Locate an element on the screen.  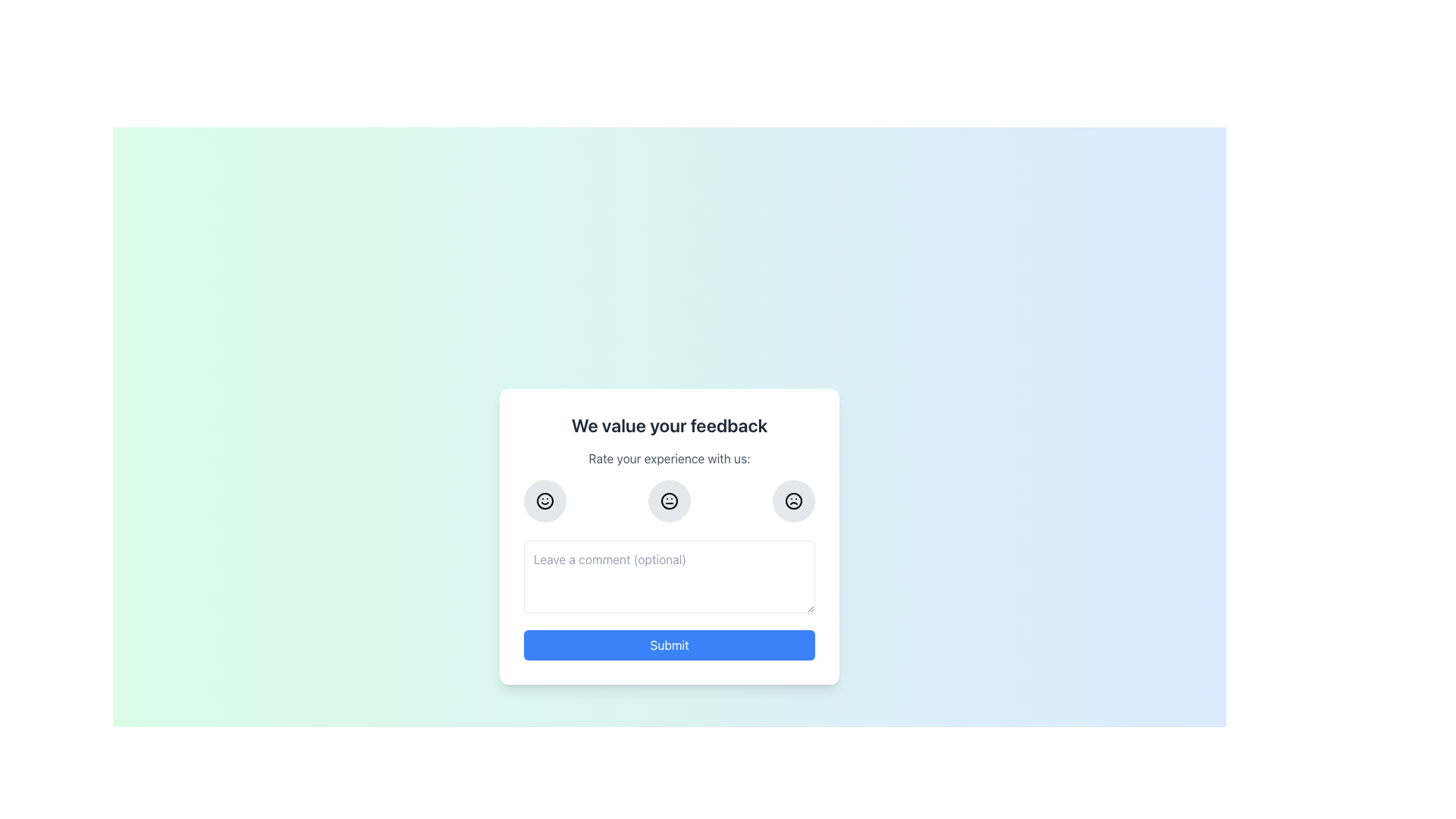
the feedback icon representing a neutral or satisfied response located at the center of the feedback dialog box is located at coordinates (545, 500).